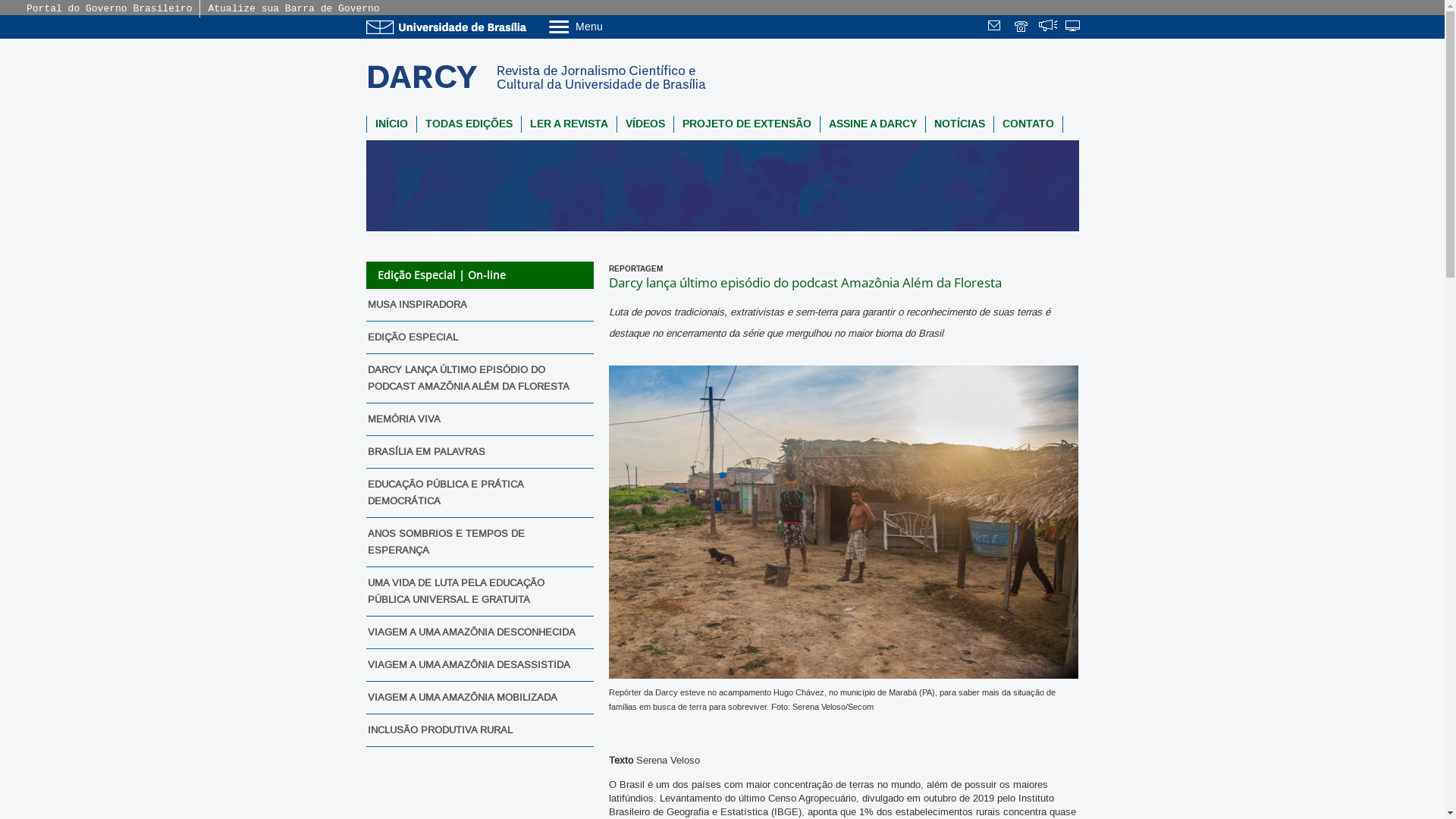 The height and width of the screenshot is (819, 1456). Describe the element at coordinates (1022, 27) in the screenshot. I see `'Telefones da UnB'` at that location.